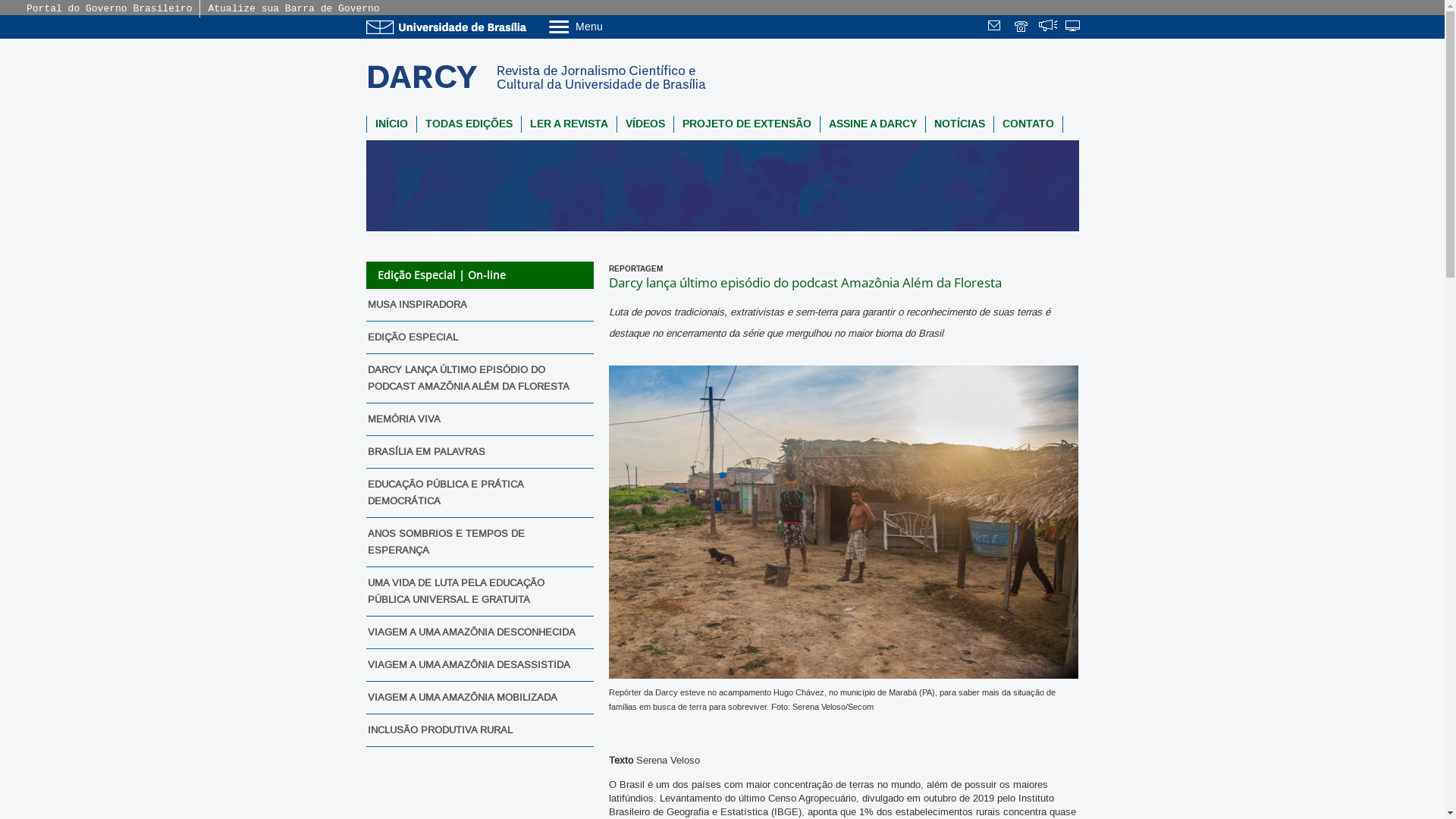 The height and width of the screenshot is (819, 1456). Describe the element at coordinates (1022, 27) in the screenshot. I see `'Telefones da UnB'` at that location.